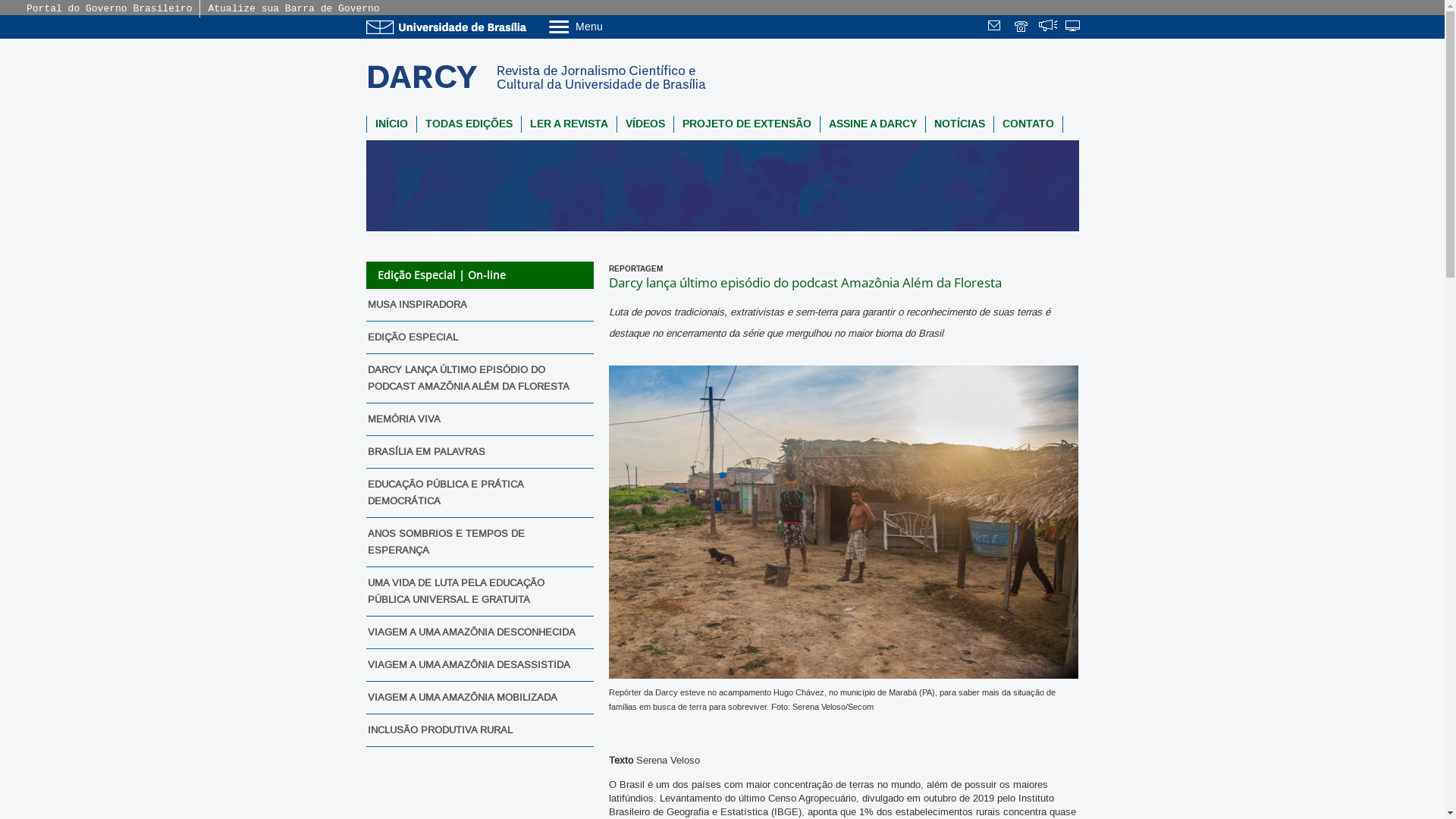 The height and width of the screenshot is (819, 1456). Describe the element at coordinates (1022, 27) in the screenshot. I see `'Telefones da UnB'` at that location.